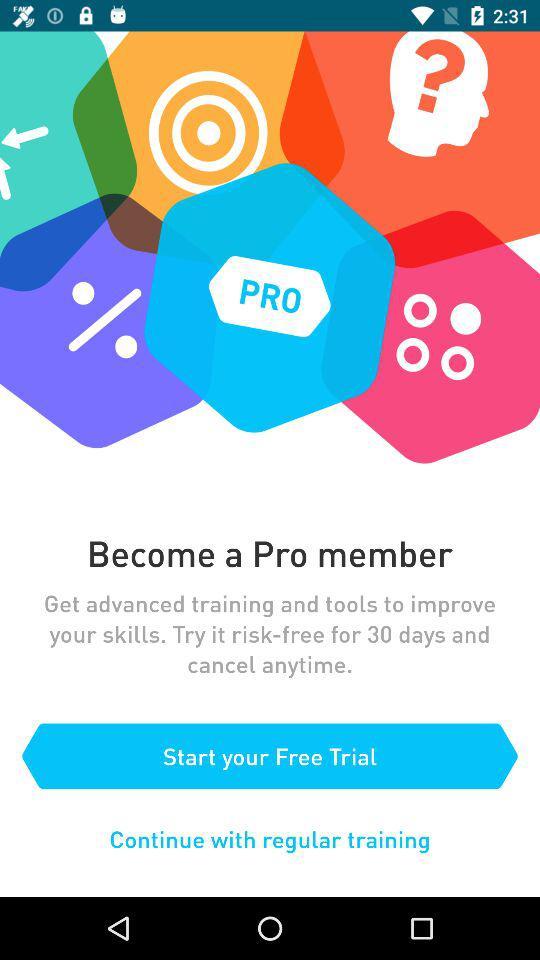  I want to click on the continue with regular item, so click(270, 839).